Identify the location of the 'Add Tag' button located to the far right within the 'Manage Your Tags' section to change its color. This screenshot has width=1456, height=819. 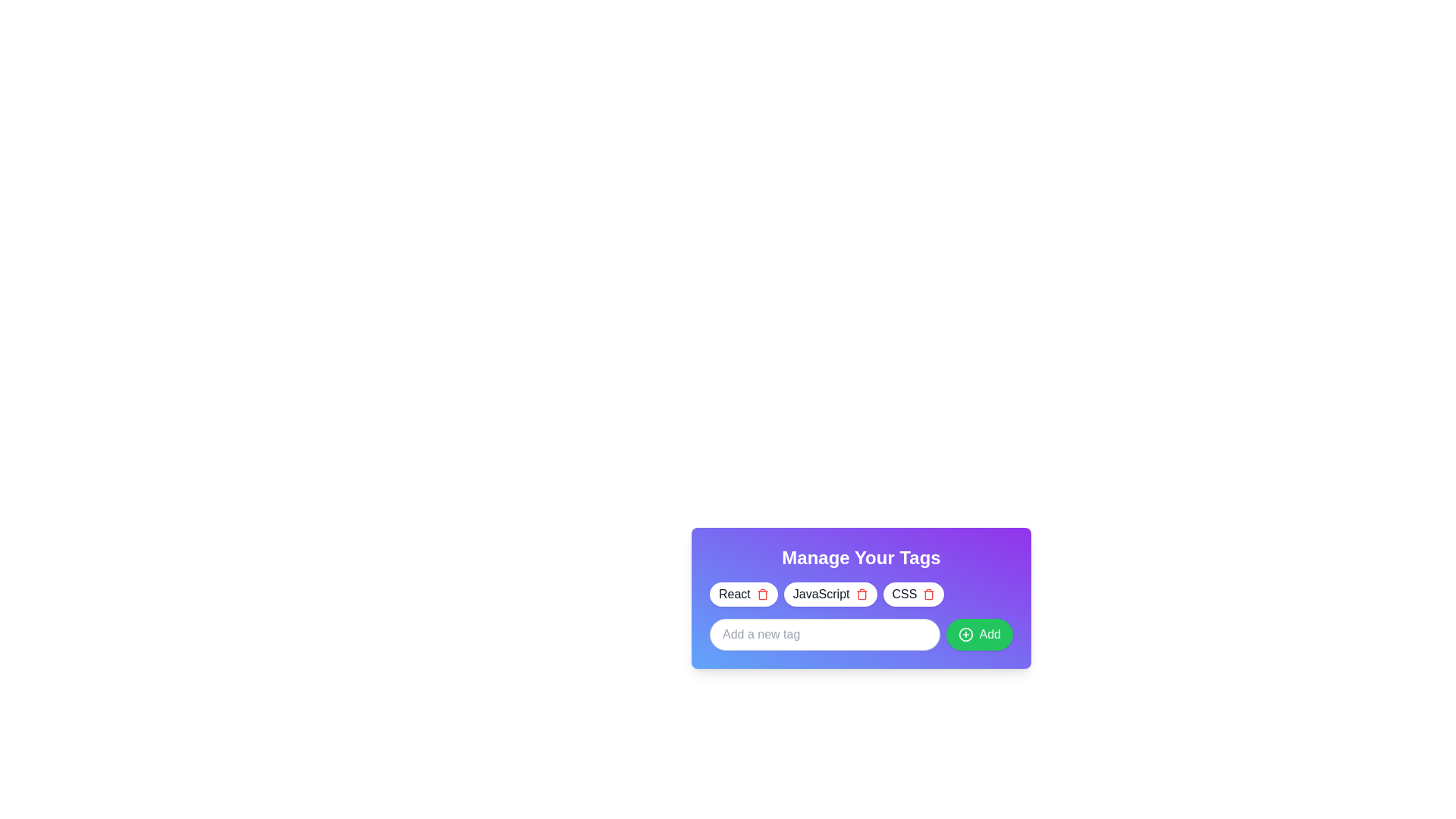
(979, 635).